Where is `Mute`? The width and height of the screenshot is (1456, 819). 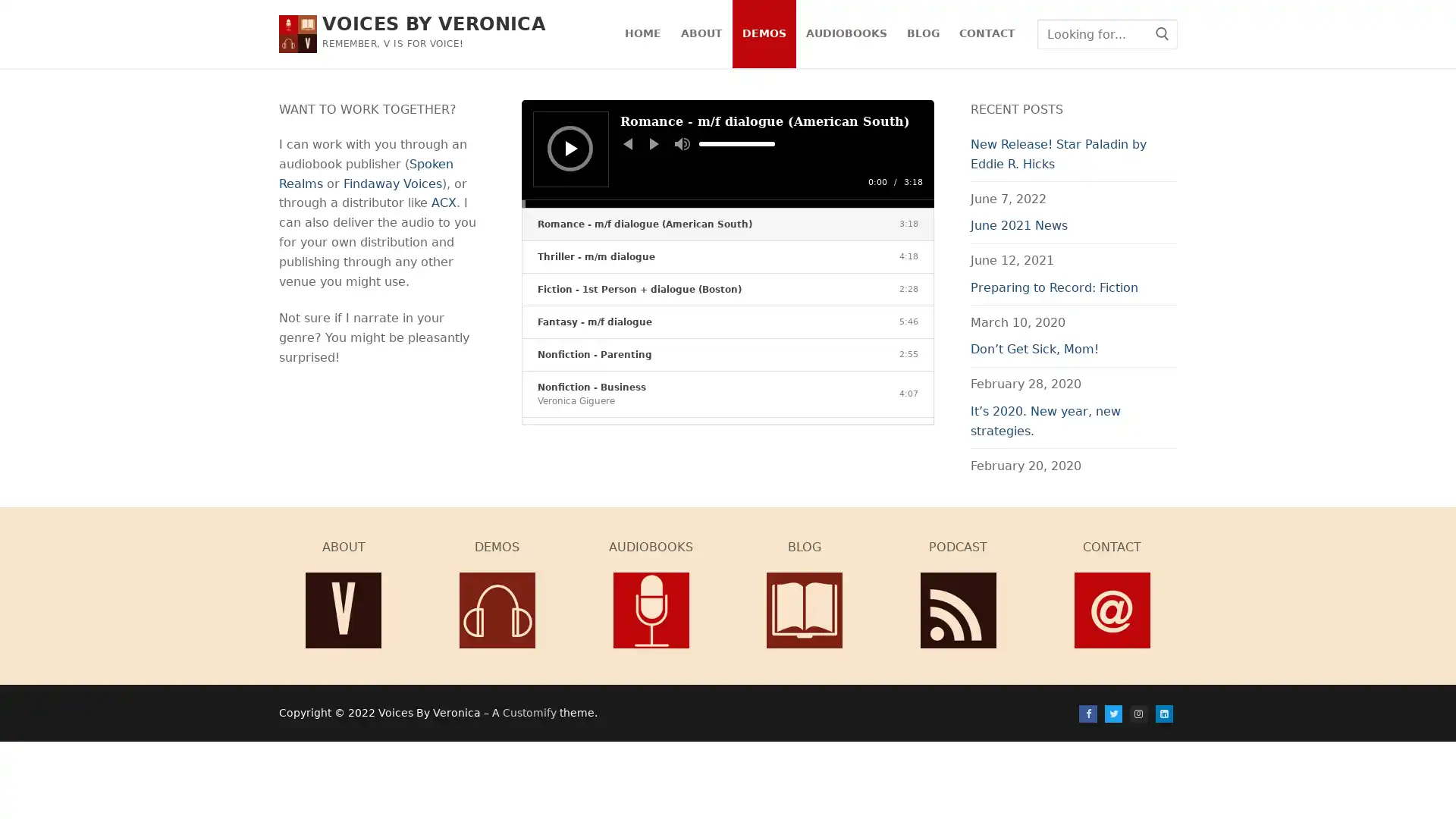 Mute is located at coordinates (682, 143).